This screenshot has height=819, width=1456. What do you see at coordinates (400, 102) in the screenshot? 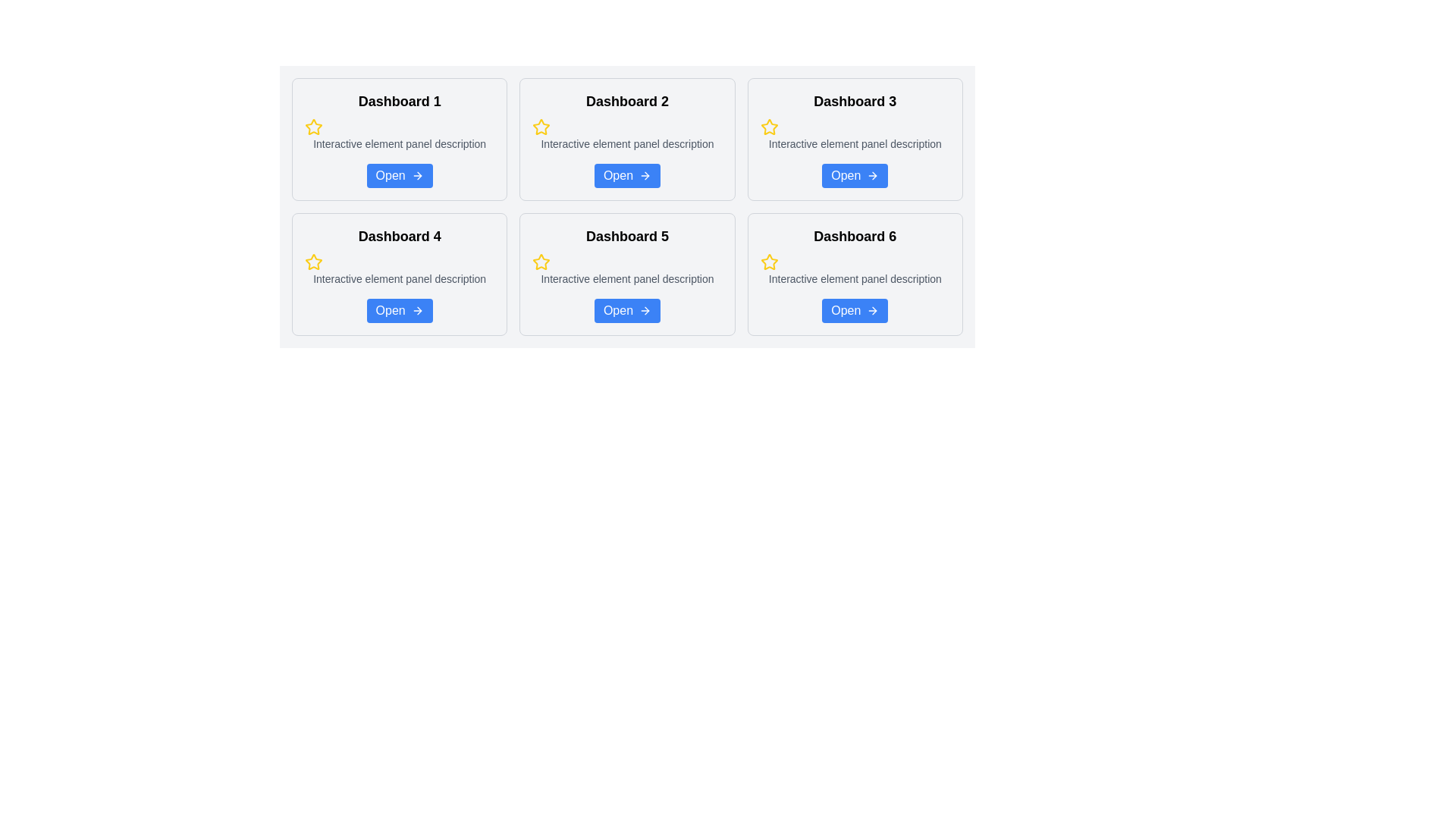
I see `the text label displaying 'Dashboard 1' at the top center of the card` at bounding box center [400, 102].